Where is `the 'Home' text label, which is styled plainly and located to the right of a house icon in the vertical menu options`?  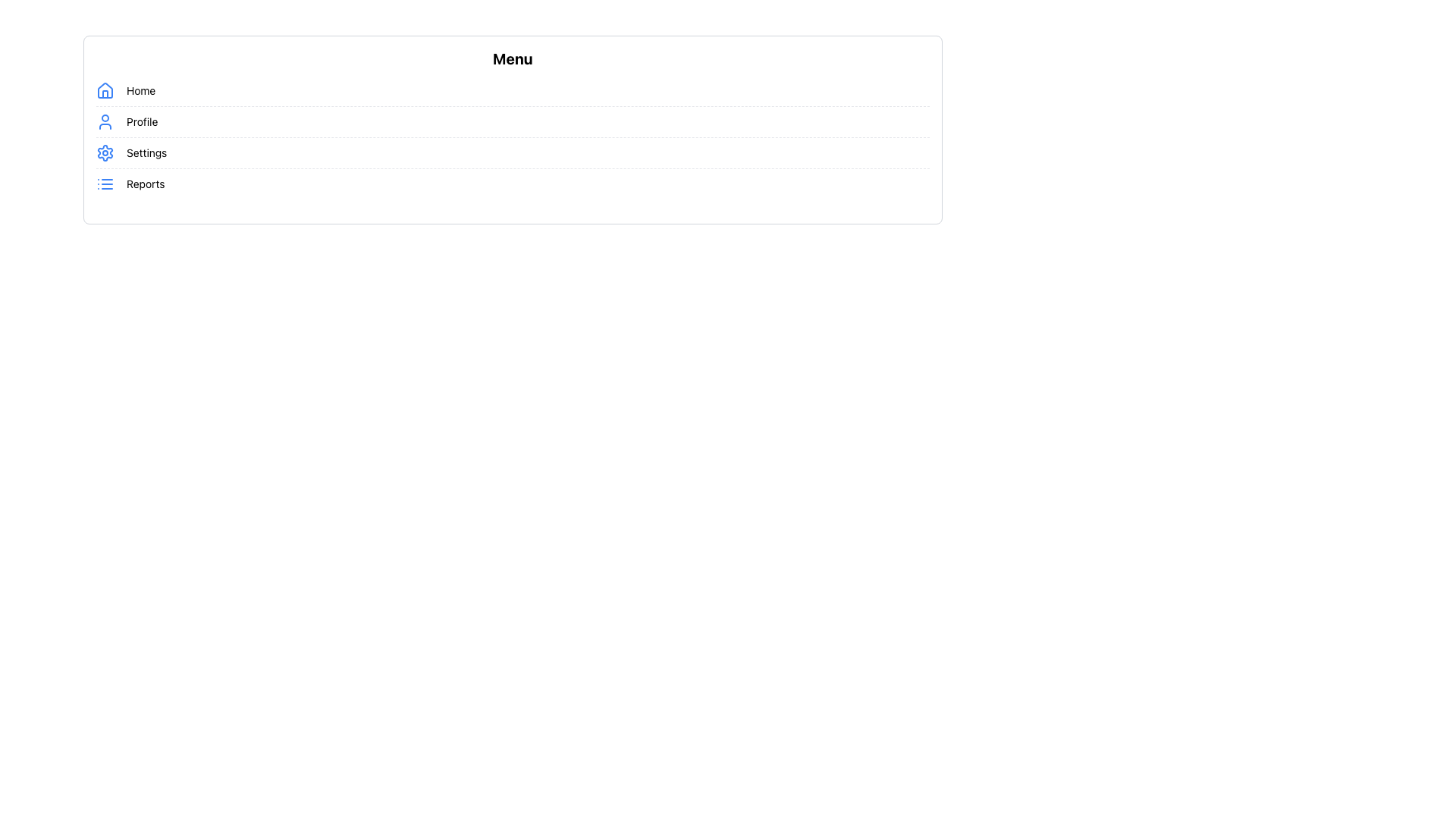 the 'Home' text label, which is styled plainly and located to the right of a house icon in the vertical menu options is located at coordinates (141, 90).